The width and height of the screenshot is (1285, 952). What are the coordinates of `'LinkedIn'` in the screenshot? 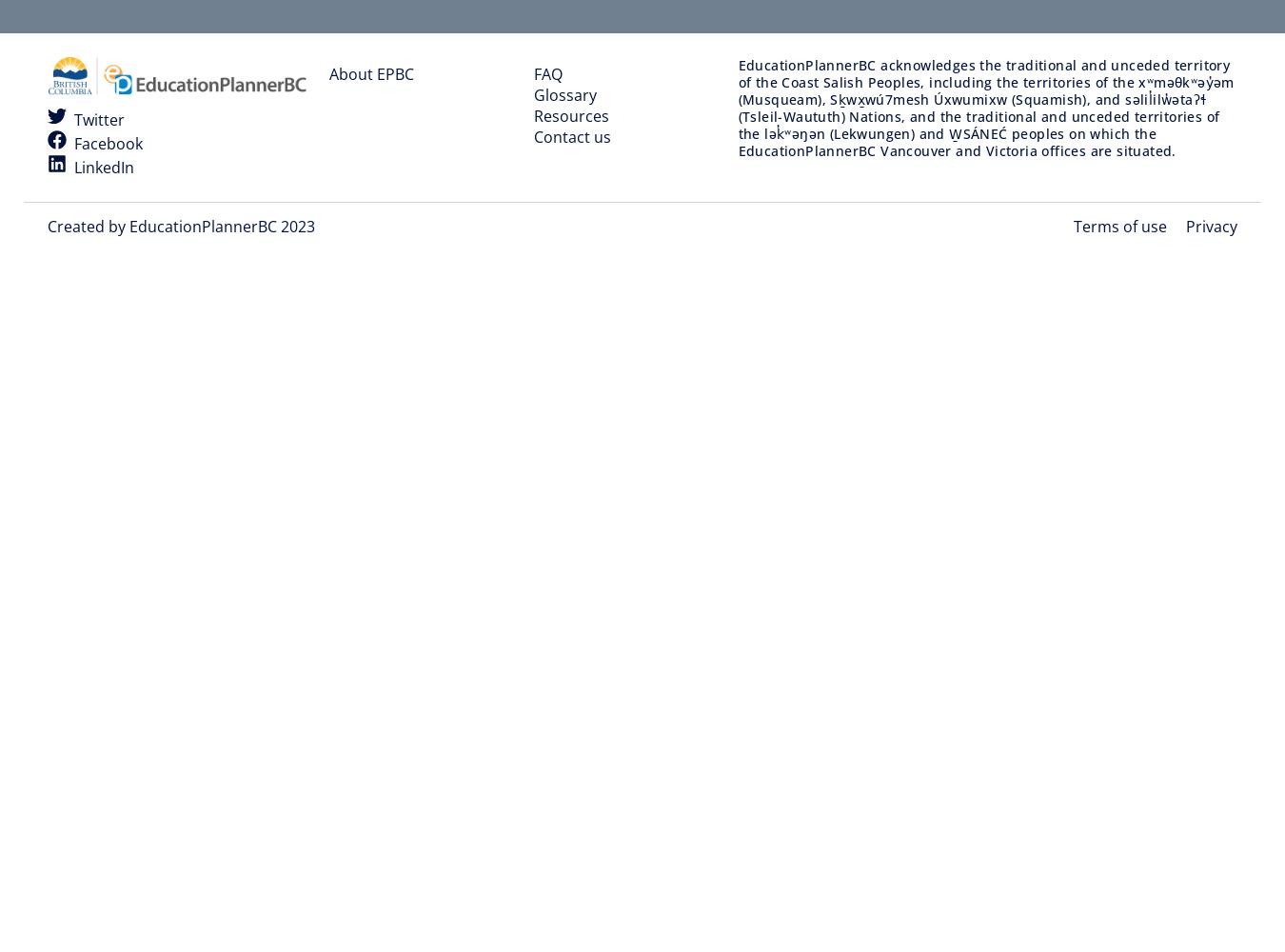 It's located at (73, 167).